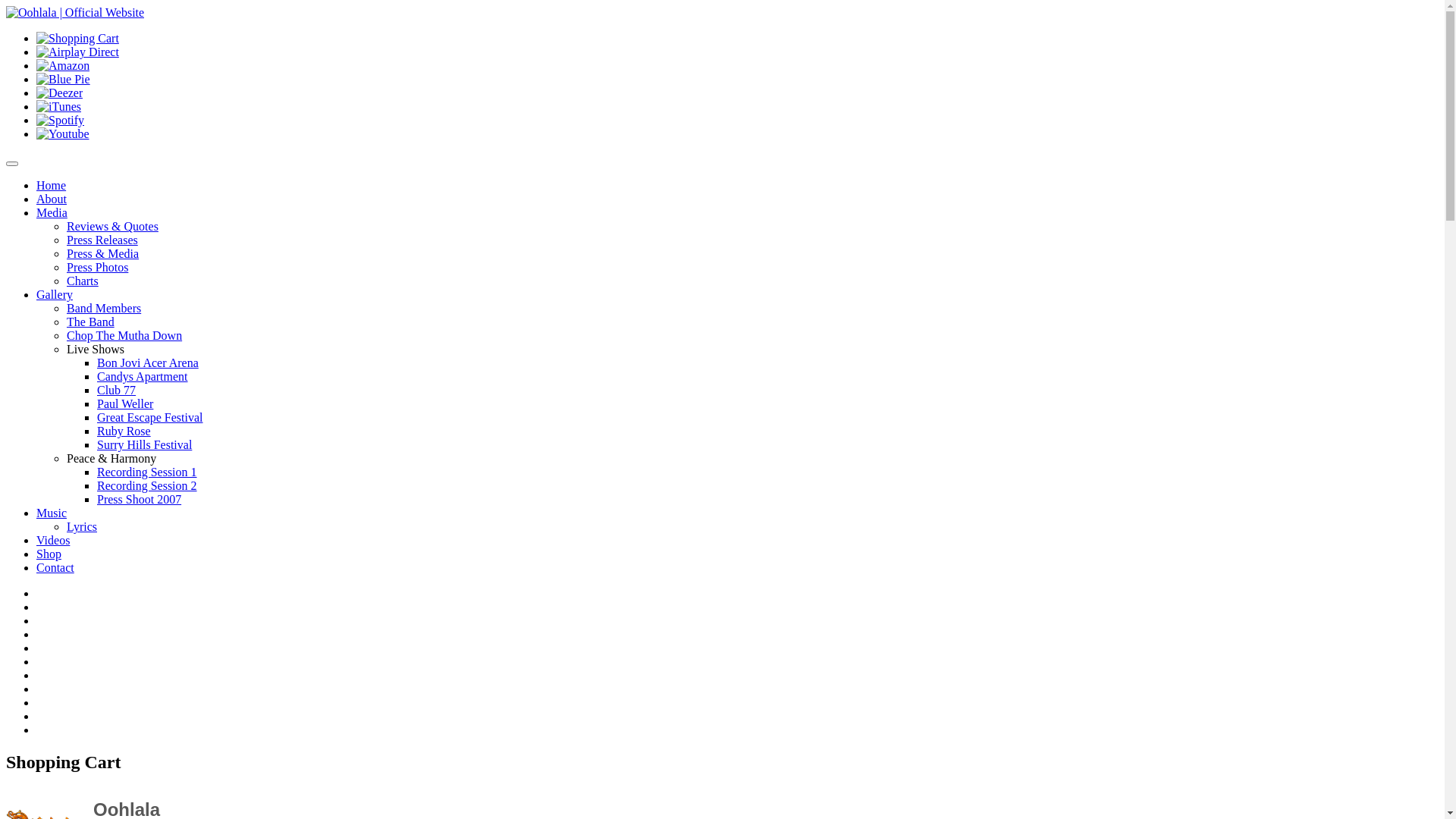 The width and height of the screenshot is (1456, 819). What do you see at coordinates (139, 499) in the screenshot?
I see `'Press Shoot 2007'` at bounding box center [139, 499].